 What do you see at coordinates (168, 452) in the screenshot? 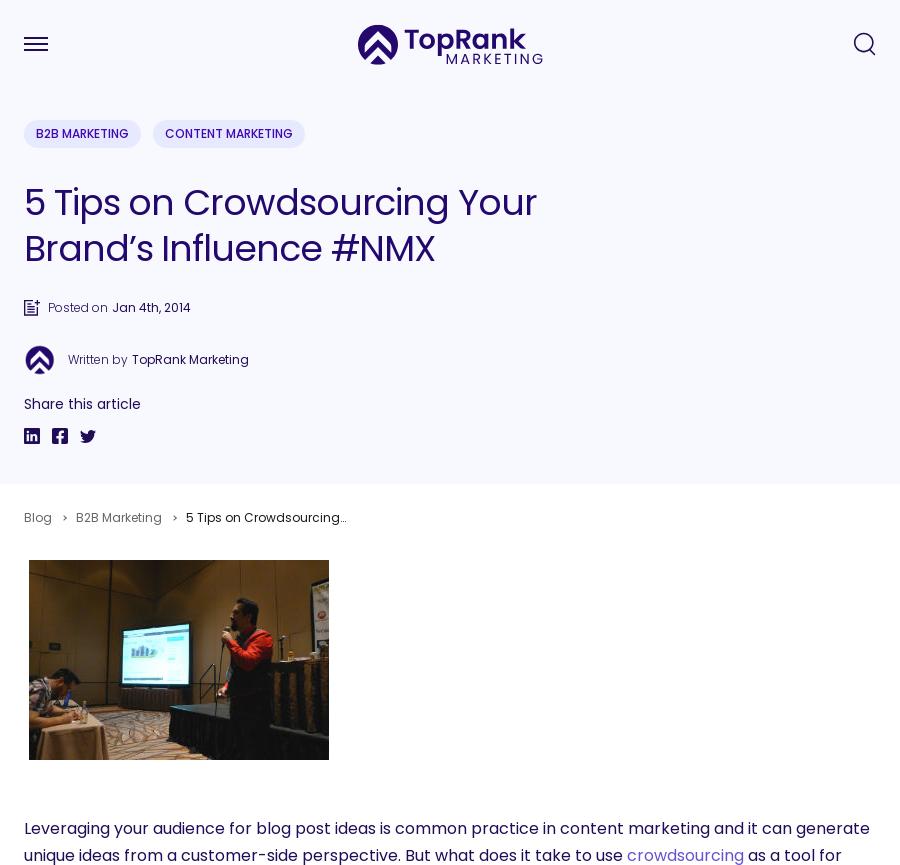
I see `'Search'` at bounding box center [168, 452].